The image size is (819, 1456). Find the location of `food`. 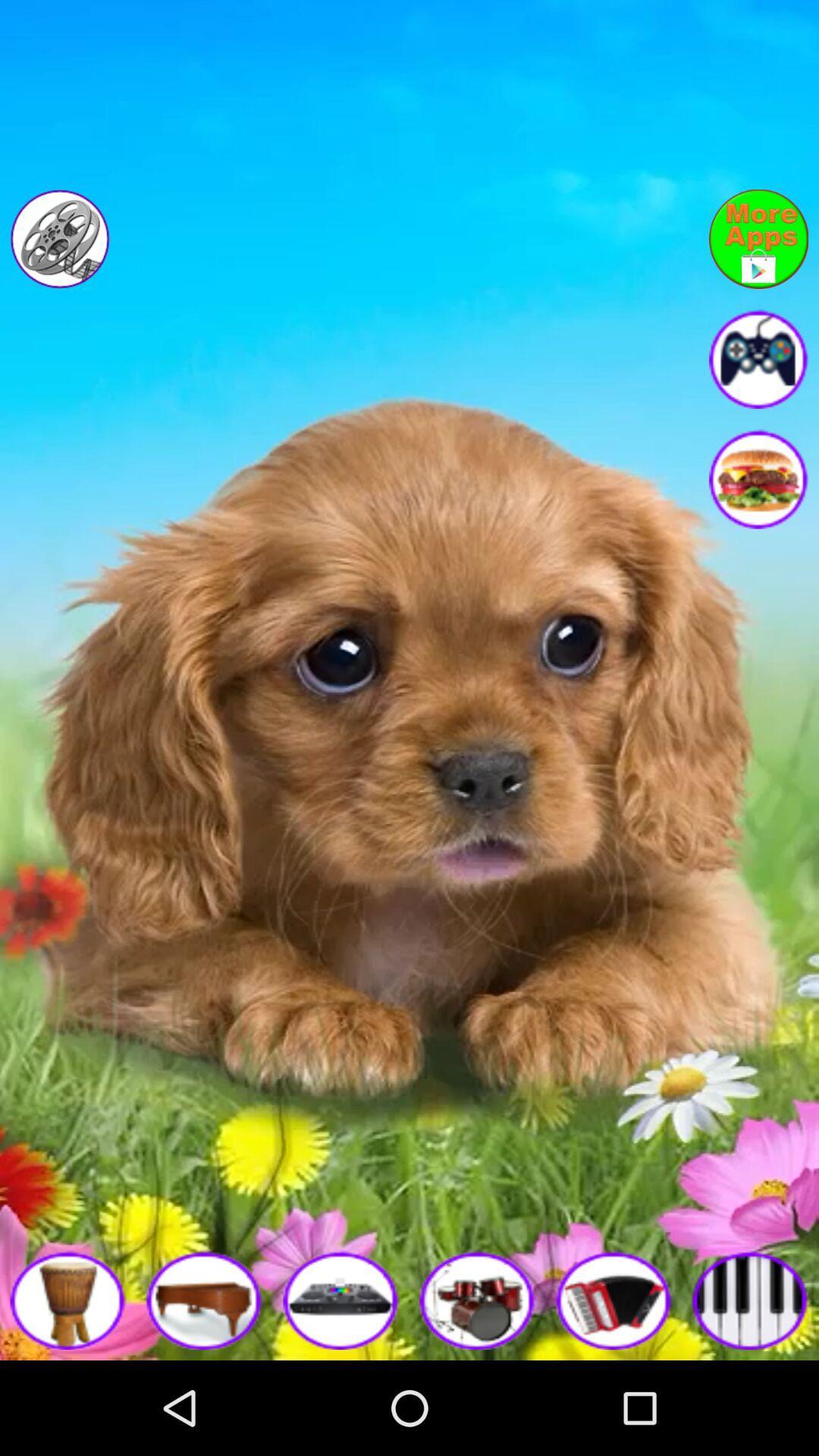

food is located at coordinates (758, 478).